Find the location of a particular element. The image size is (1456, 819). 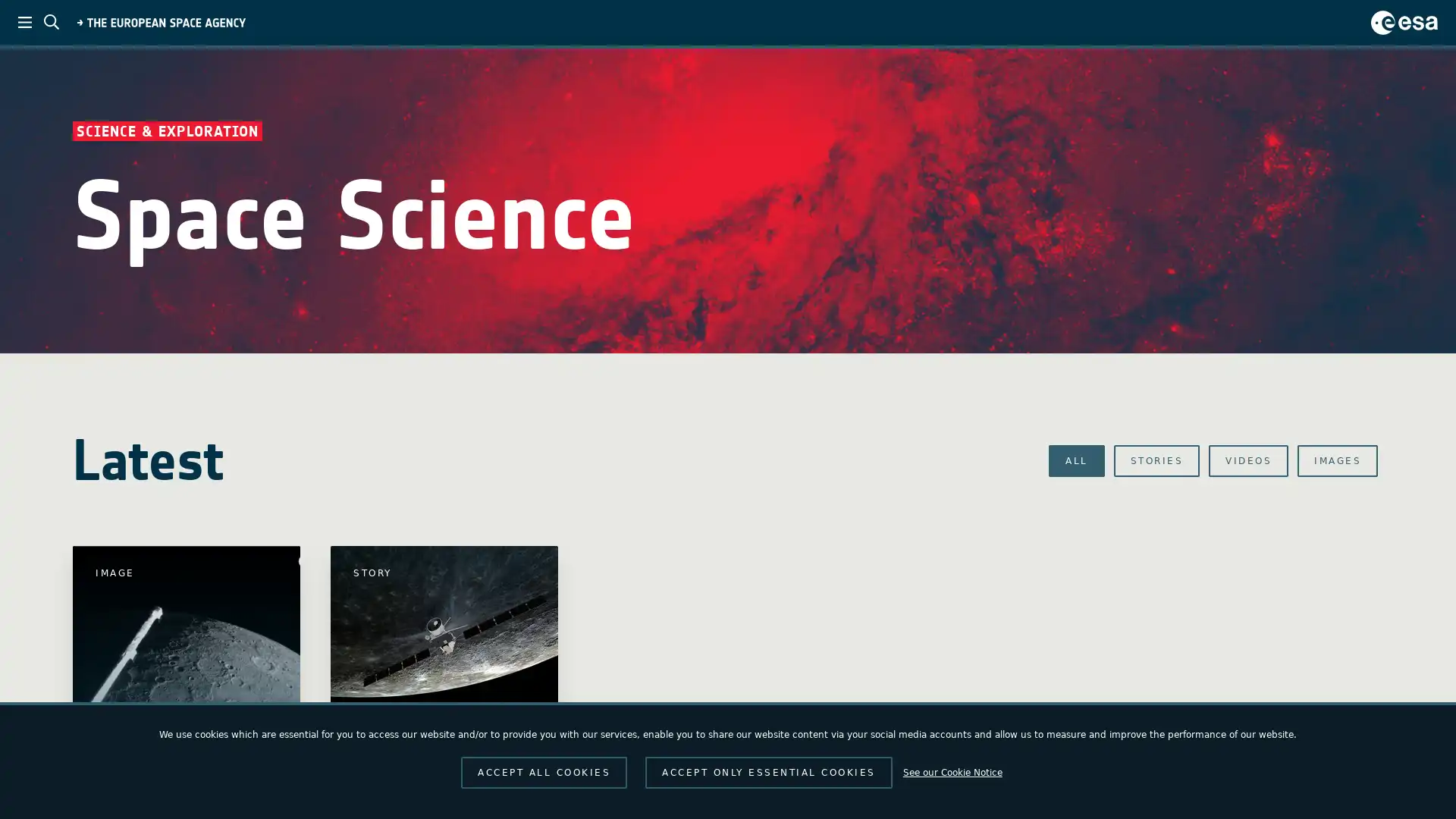

STORIES is located at coordinates (1156, 459).